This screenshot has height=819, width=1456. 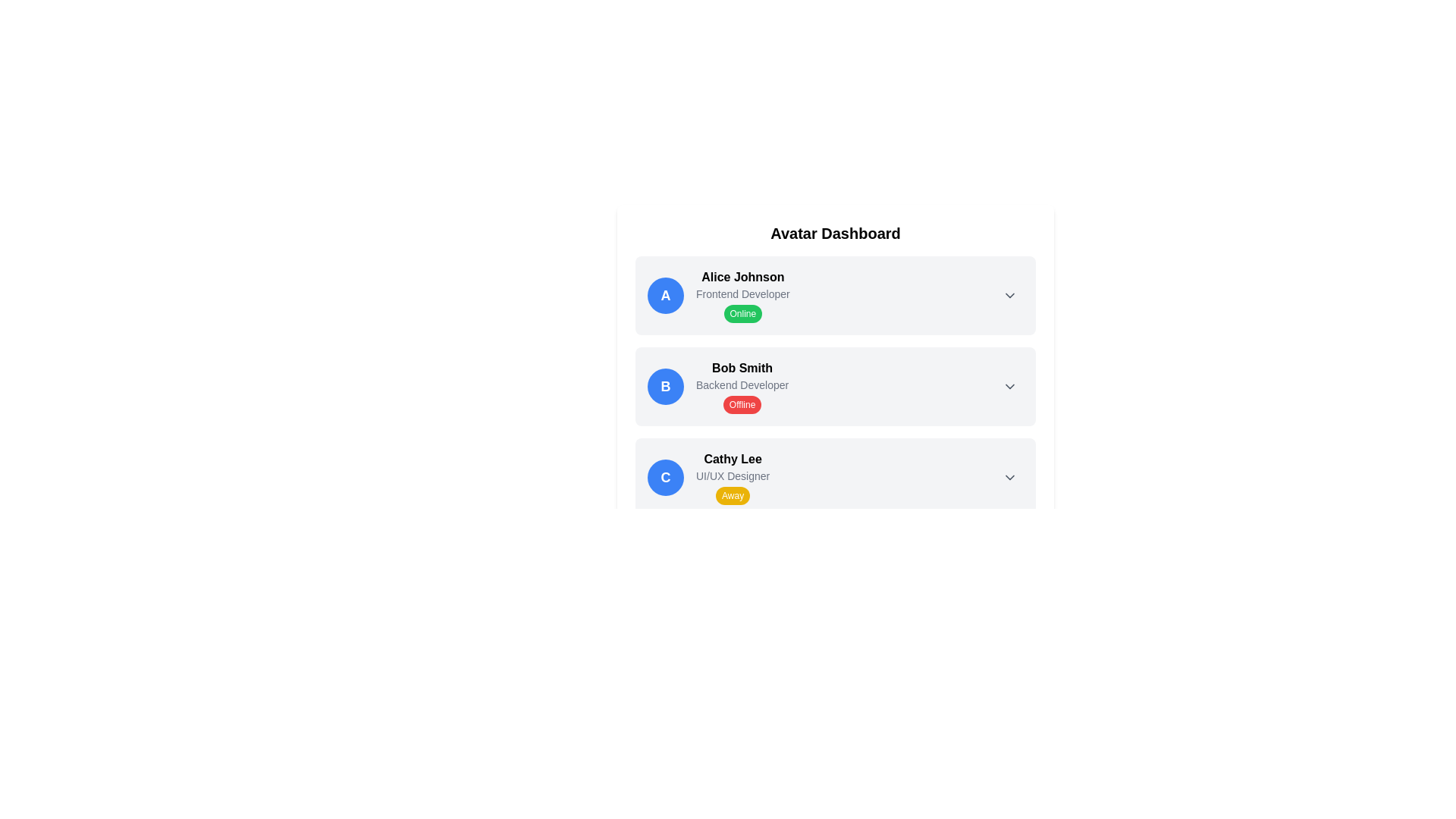 I want to click on the user profile summary card that displays identity and status information, which is the third card in a vertical list of profile cards, so click(x=708, y=476).